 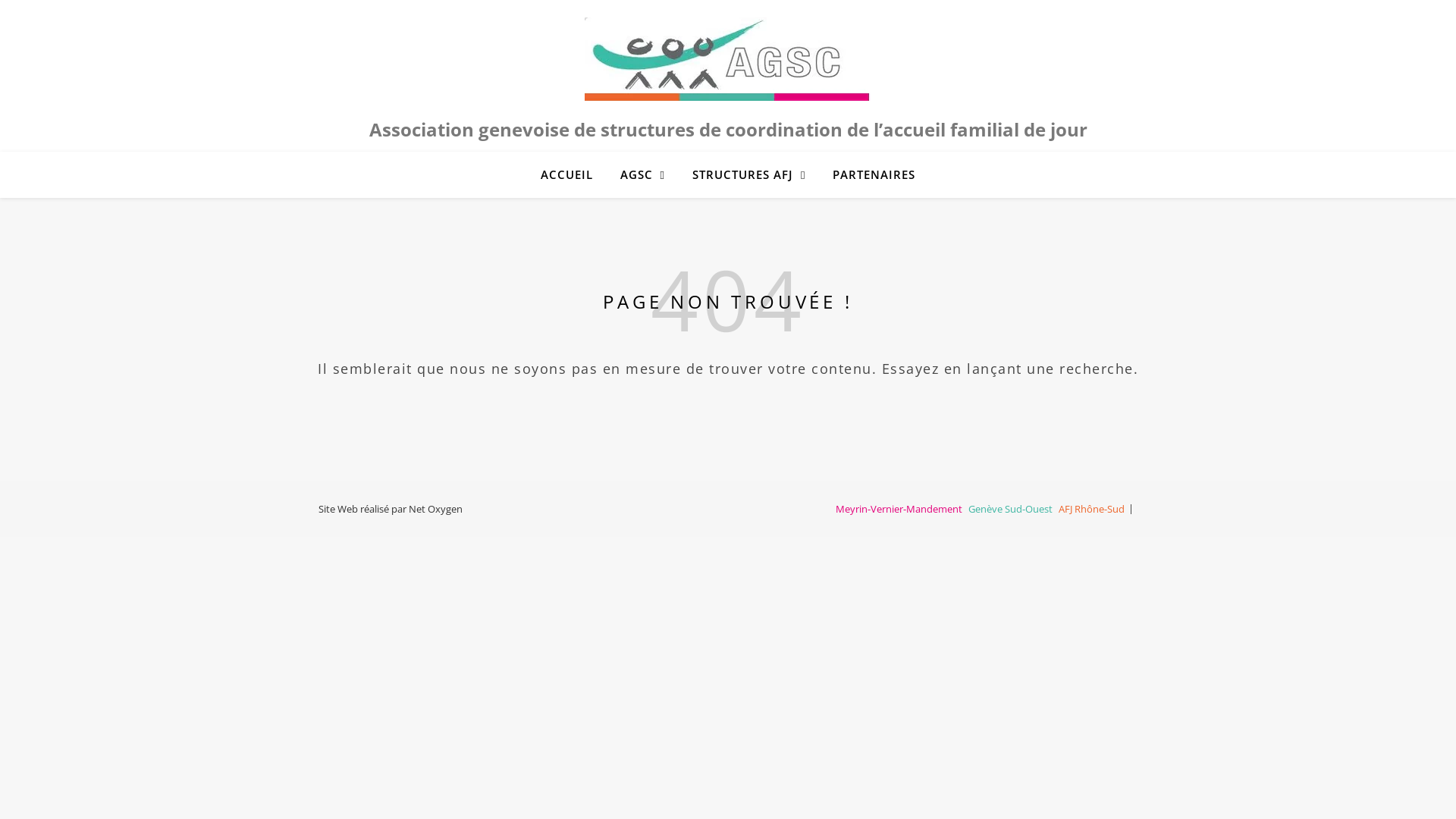 What do you see at coordinates (728, 58) in the screenshot?
I see `'AGSC'` at bounding box center [728, 58].